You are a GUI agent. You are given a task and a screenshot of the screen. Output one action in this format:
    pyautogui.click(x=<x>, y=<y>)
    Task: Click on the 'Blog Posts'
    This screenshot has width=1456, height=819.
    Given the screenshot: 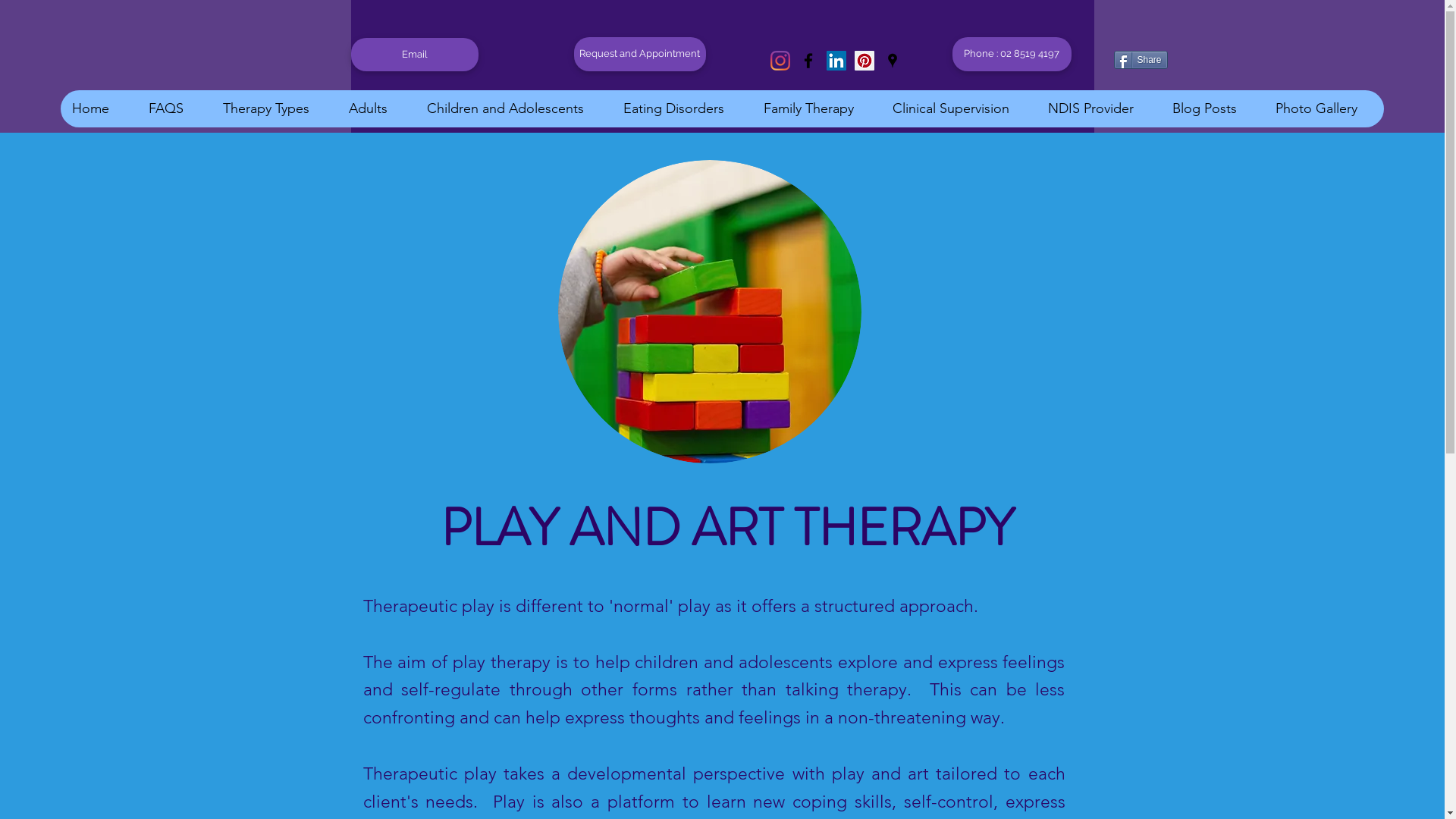 What is the action you would take?
    pyautogui.click(x=1211, y=108)
    